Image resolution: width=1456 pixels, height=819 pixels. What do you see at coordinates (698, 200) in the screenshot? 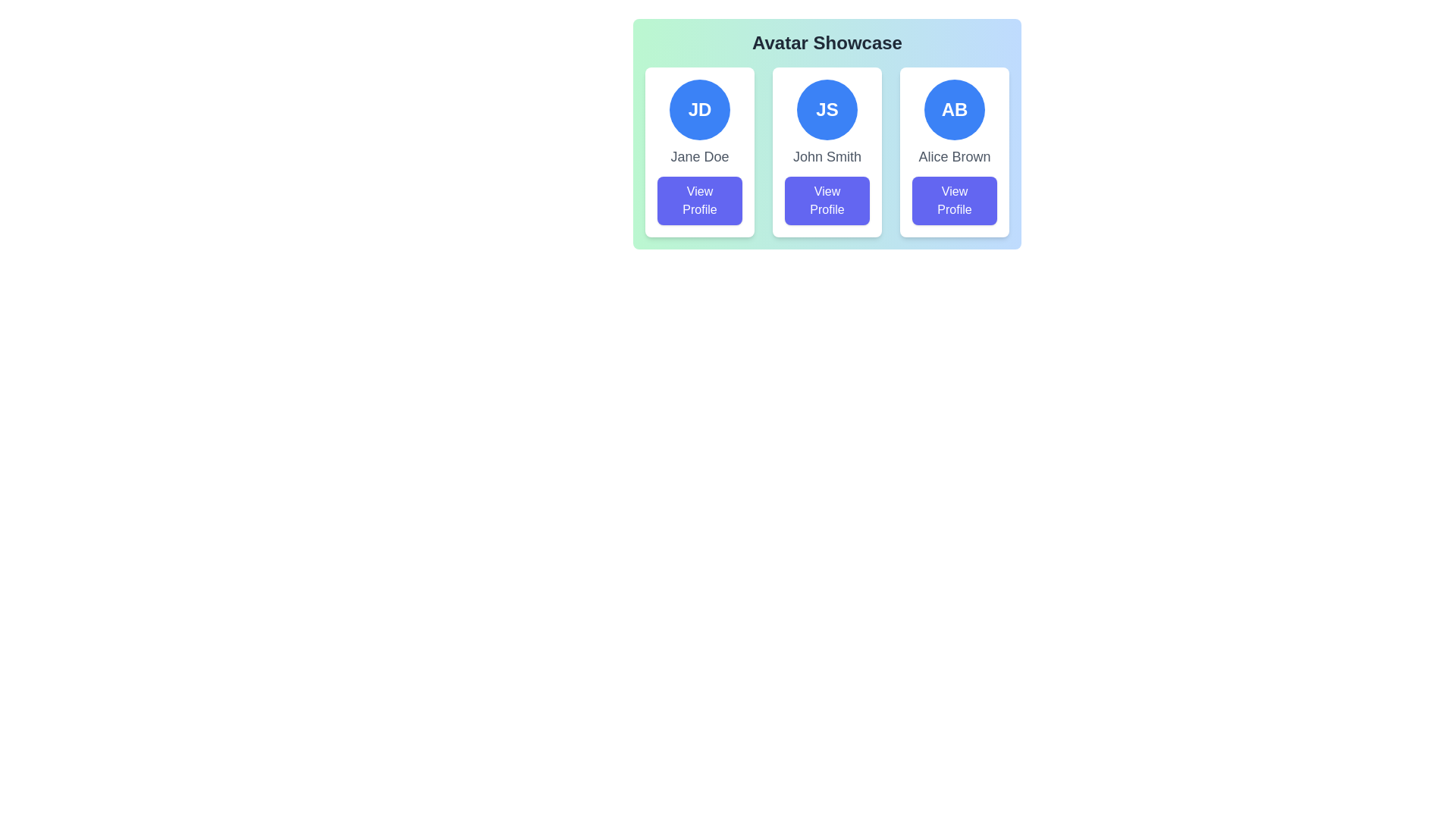
I see `the 'View Profile' button located below 'Jane Doe' in the profile card for 'Jane Doe'` at bounding box center [698, 200].